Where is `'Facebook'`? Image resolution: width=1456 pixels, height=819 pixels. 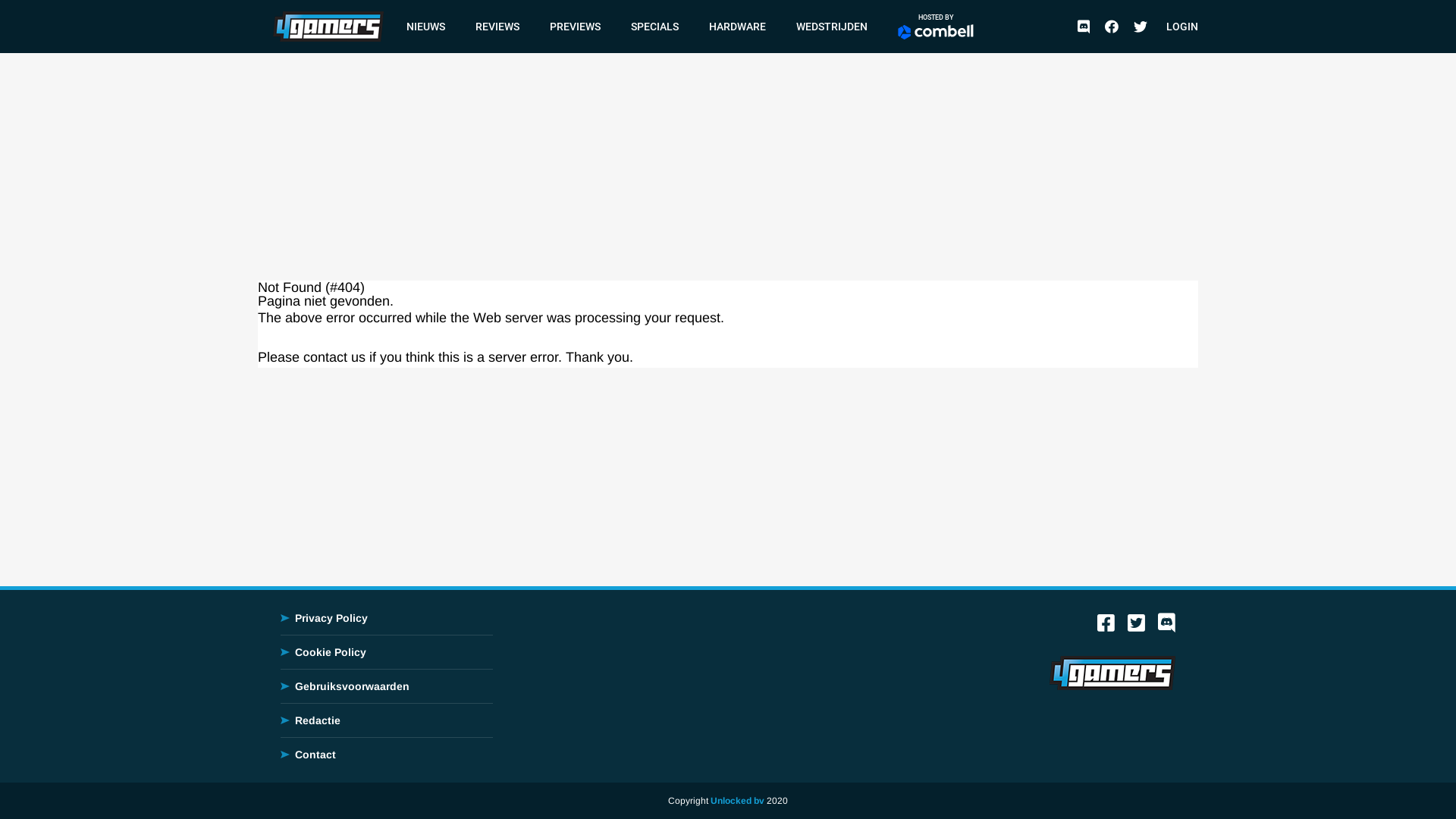 'Facebook' is located at coordinates (1111, 26).